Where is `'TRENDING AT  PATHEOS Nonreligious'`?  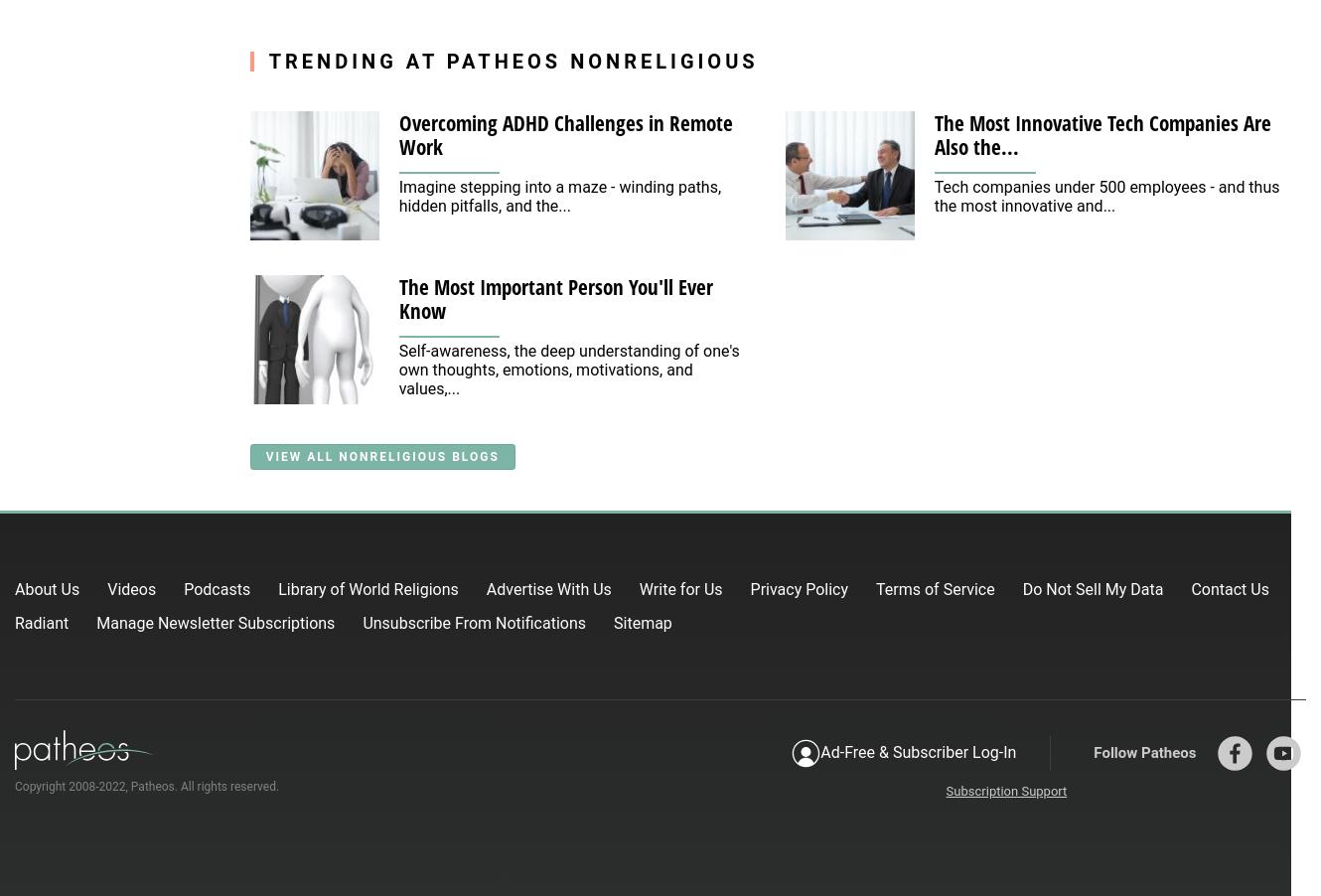
'TRENDING AT  PATHEOS Nonreligious' is located at coordinates (513, 59).